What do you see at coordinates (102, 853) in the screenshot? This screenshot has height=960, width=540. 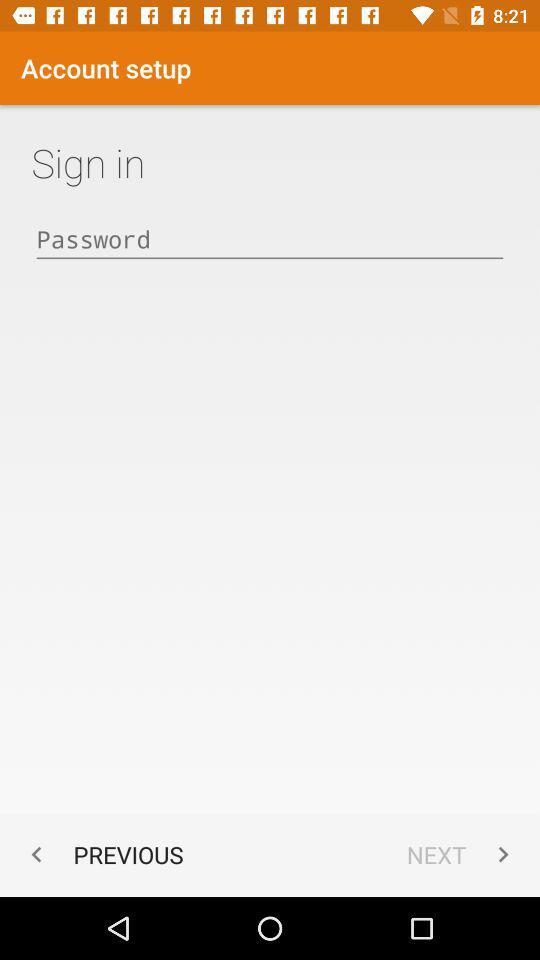 I see `the app next to next icon` at bounding box center [102, 853].